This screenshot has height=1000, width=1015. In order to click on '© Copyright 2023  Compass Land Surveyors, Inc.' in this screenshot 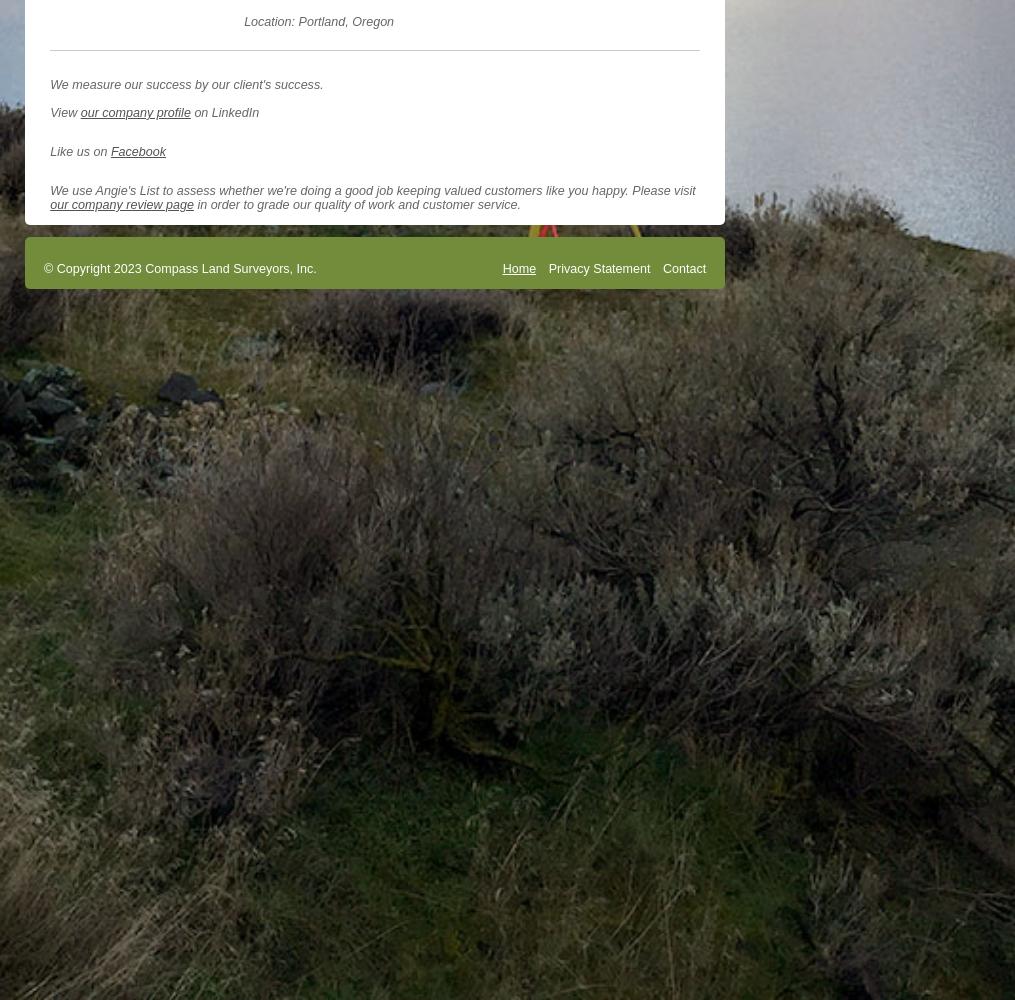, I will do `click(178, 269)`.